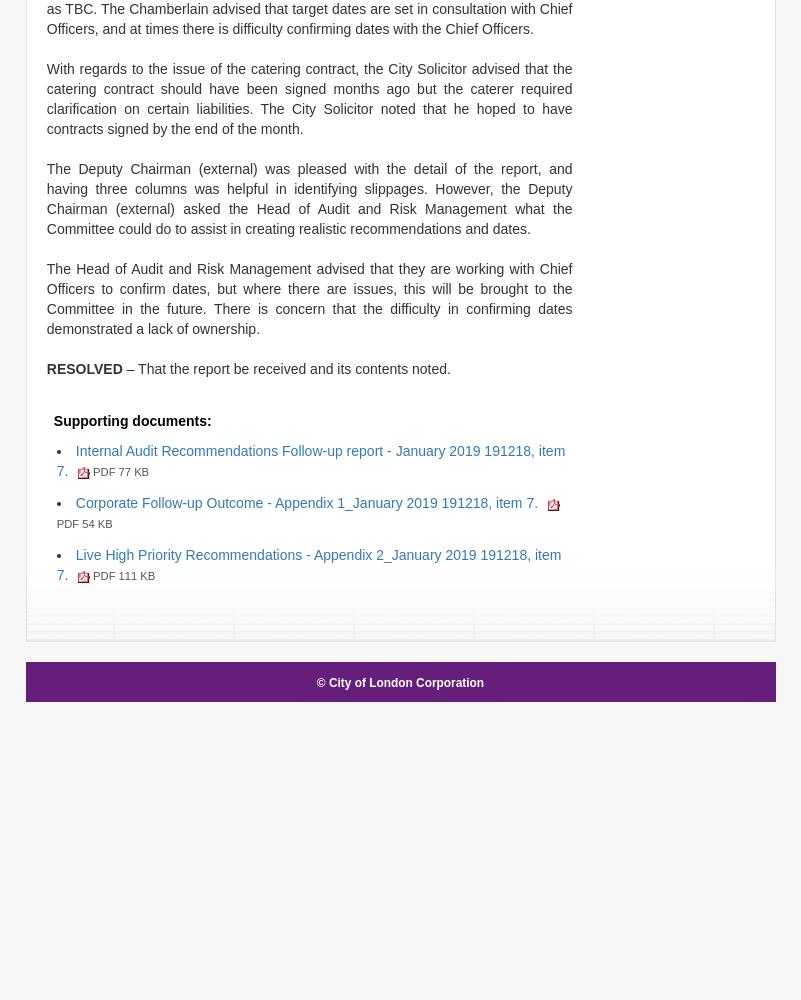  Describe the element at coordinates (310, 459) in the screenshot. I see `'Internal Audit Recommendations Follow-up report - January 2019 191218, item 7.'` at that location.